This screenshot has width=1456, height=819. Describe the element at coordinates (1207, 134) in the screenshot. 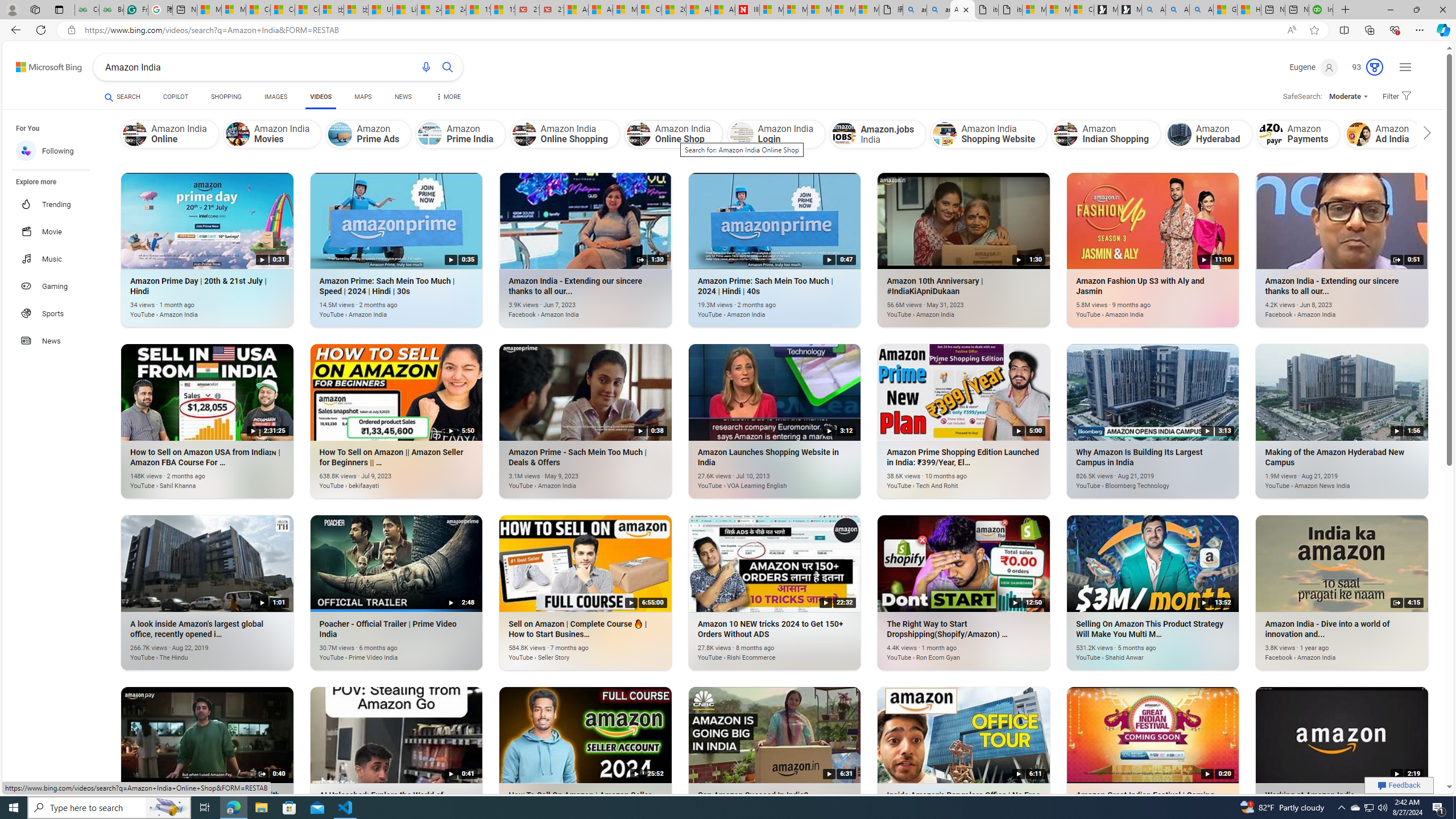

I see `'Amazon Hyderabad'` at that location.